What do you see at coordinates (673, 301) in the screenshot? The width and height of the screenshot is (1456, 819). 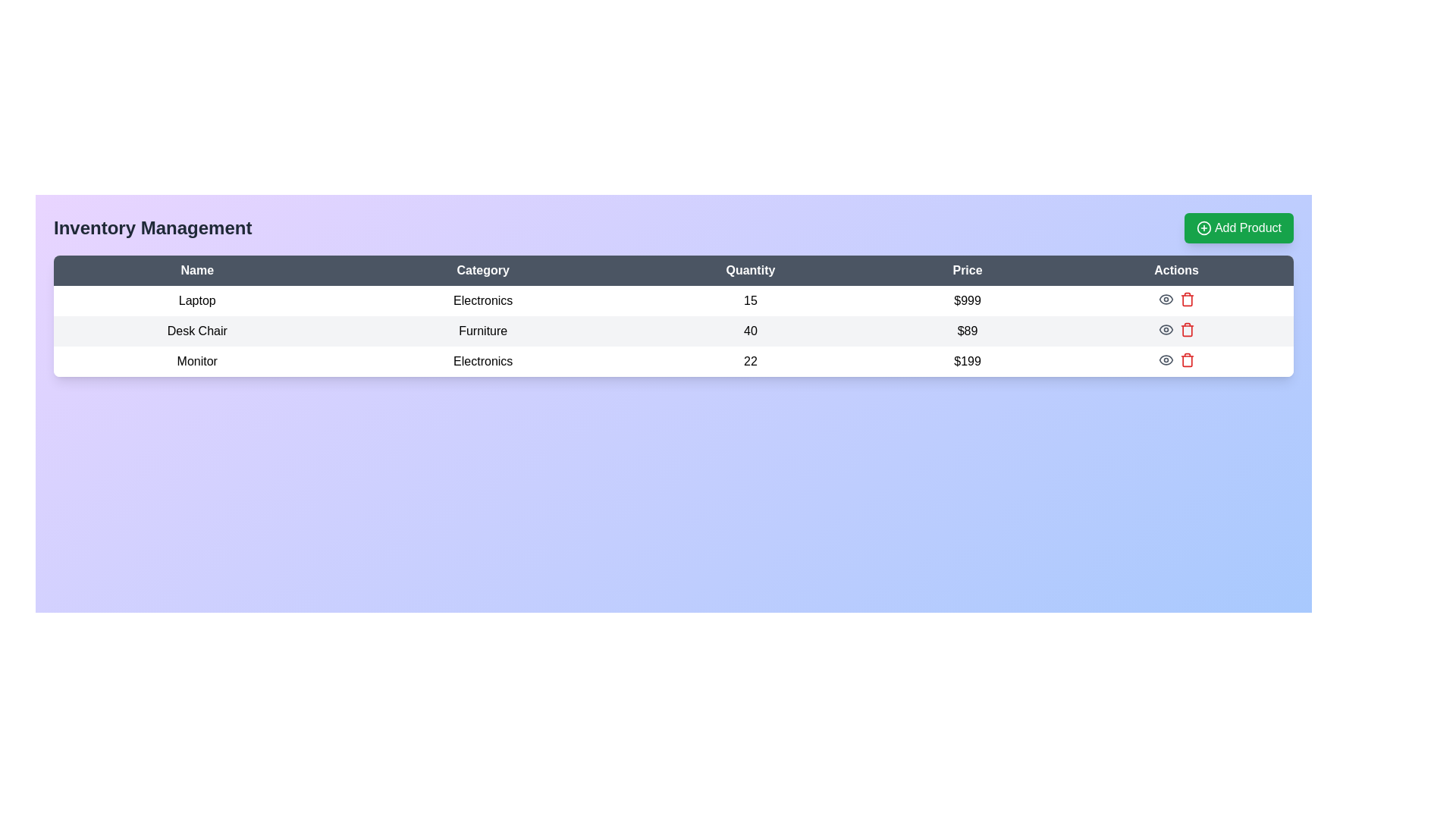 I see `the first row of the data table` at bounding box center [673, 301].